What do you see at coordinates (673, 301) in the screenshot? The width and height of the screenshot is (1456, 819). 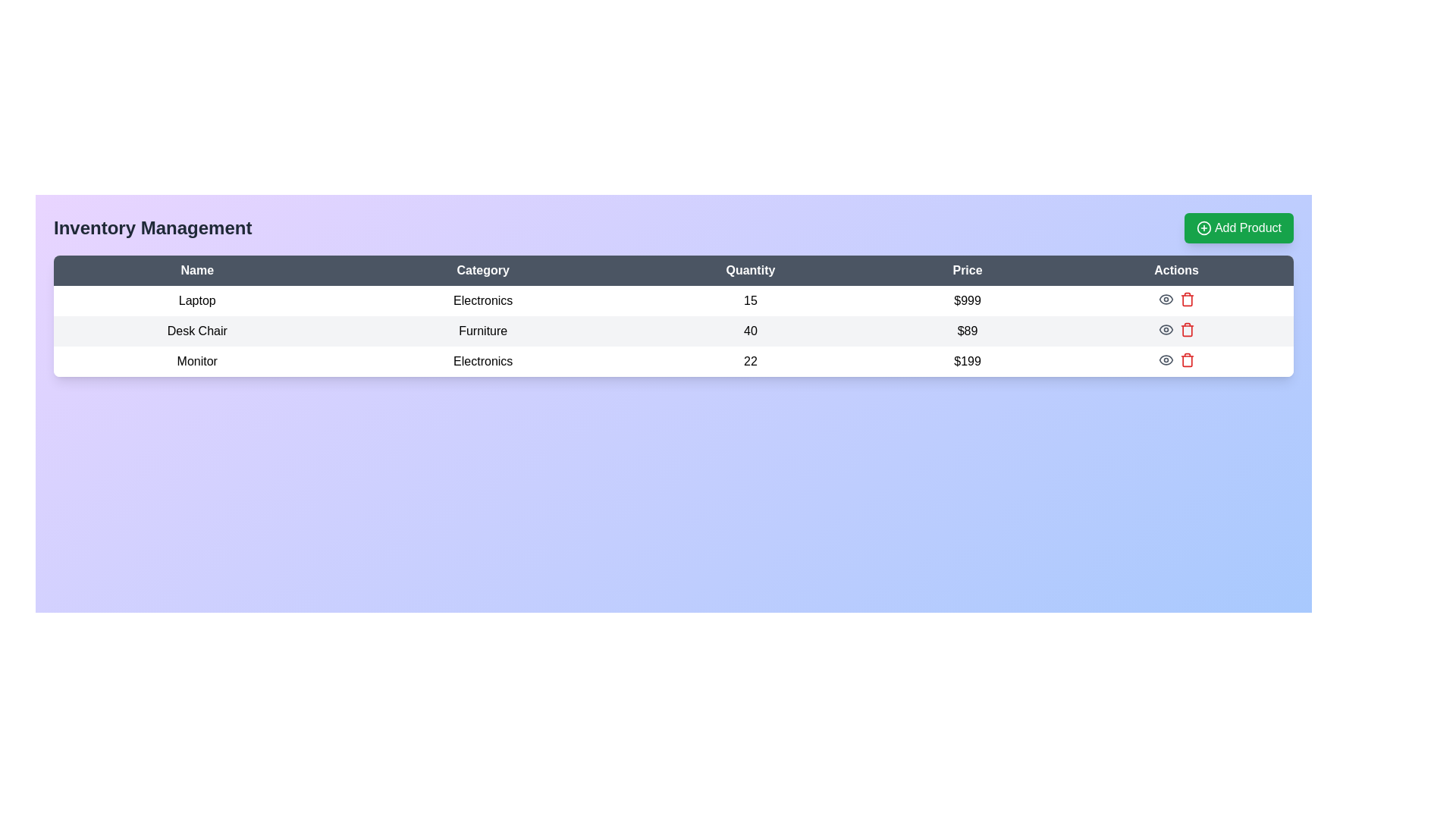 I see `the first row of the data table` at bounding box center [673, 301].